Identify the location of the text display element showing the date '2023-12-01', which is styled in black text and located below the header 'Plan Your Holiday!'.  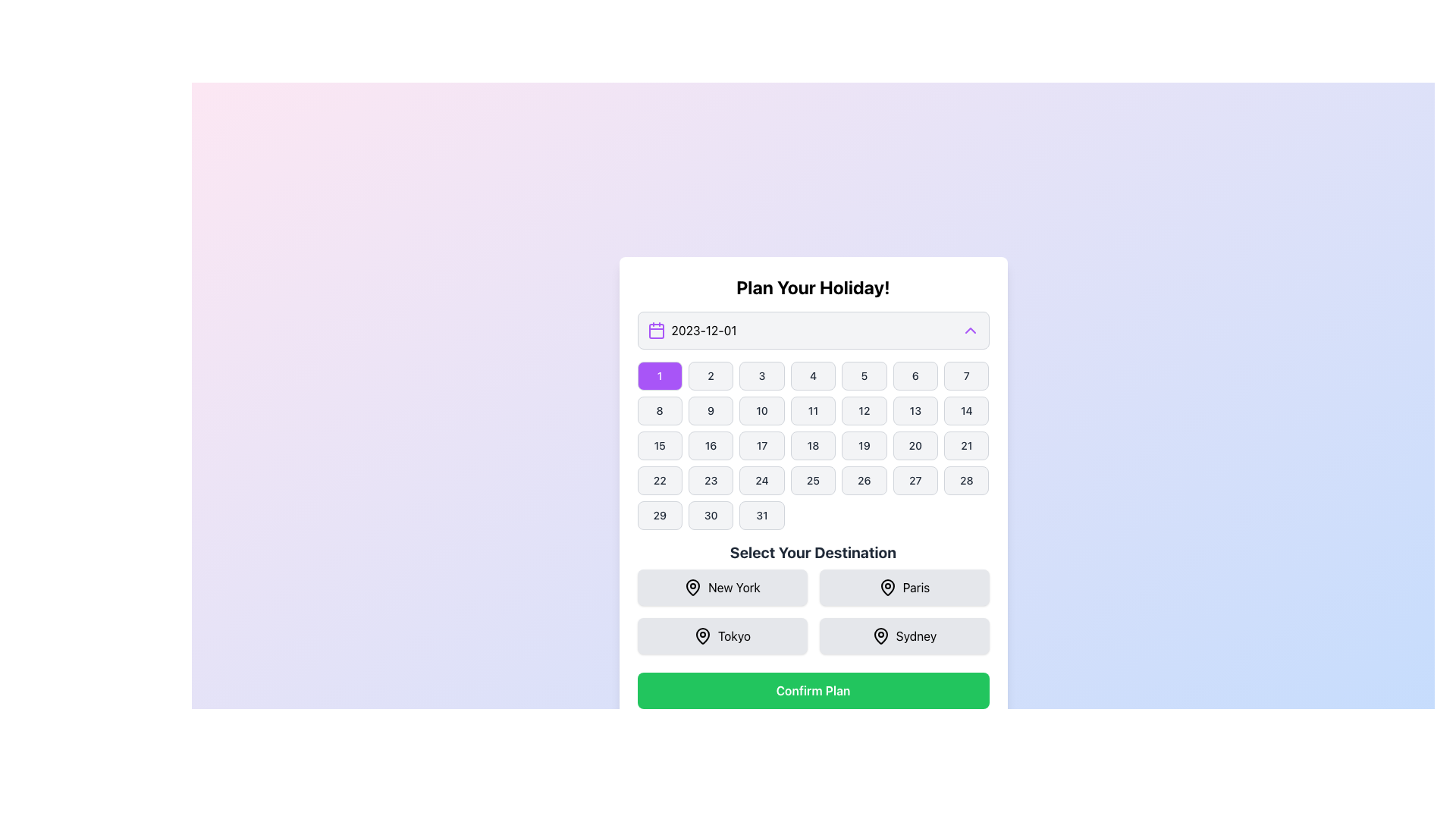
(691, 329).